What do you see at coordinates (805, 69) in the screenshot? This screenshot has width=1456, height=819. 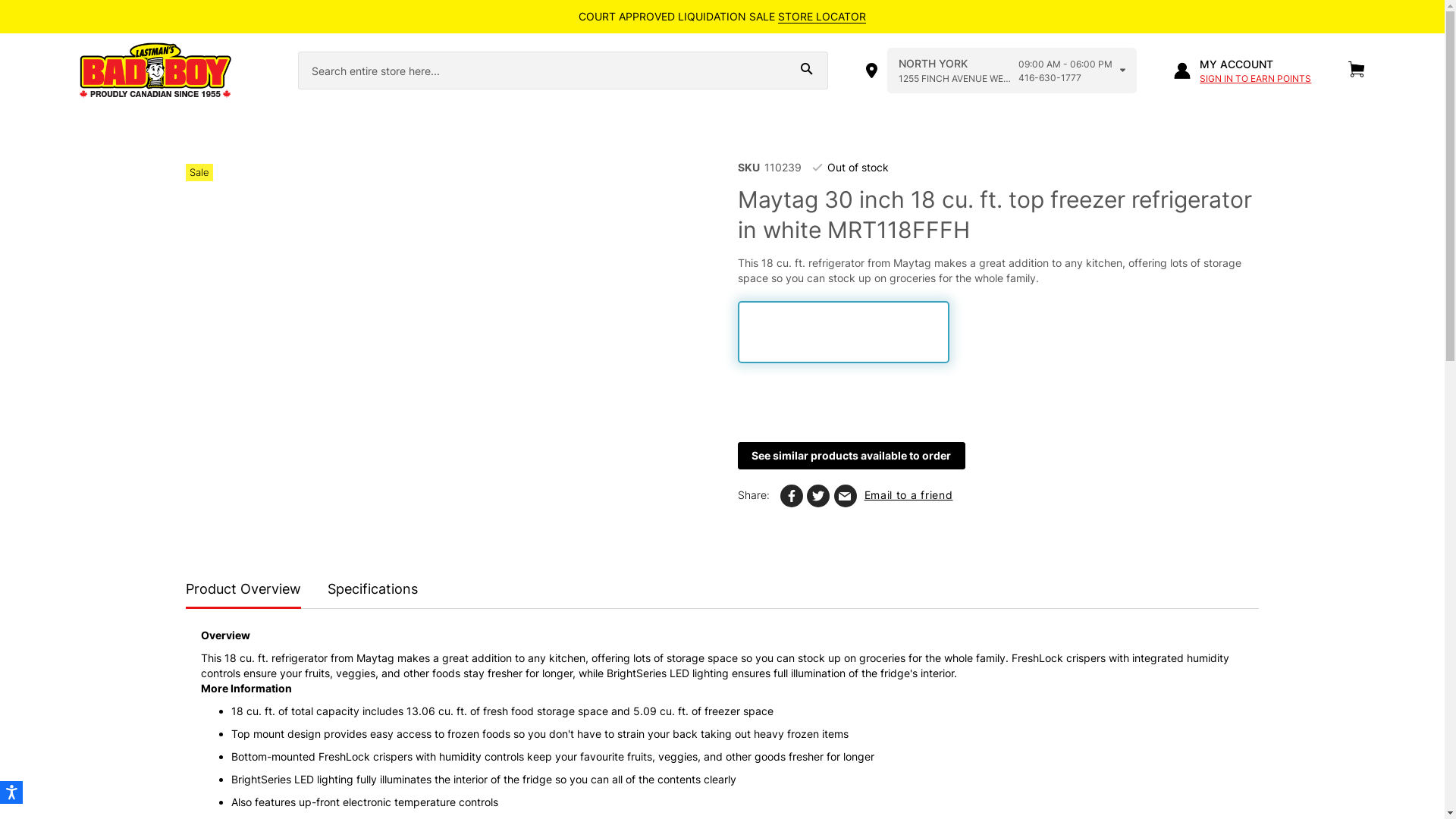 I see `'Search'` at bounding box center [805, 69].